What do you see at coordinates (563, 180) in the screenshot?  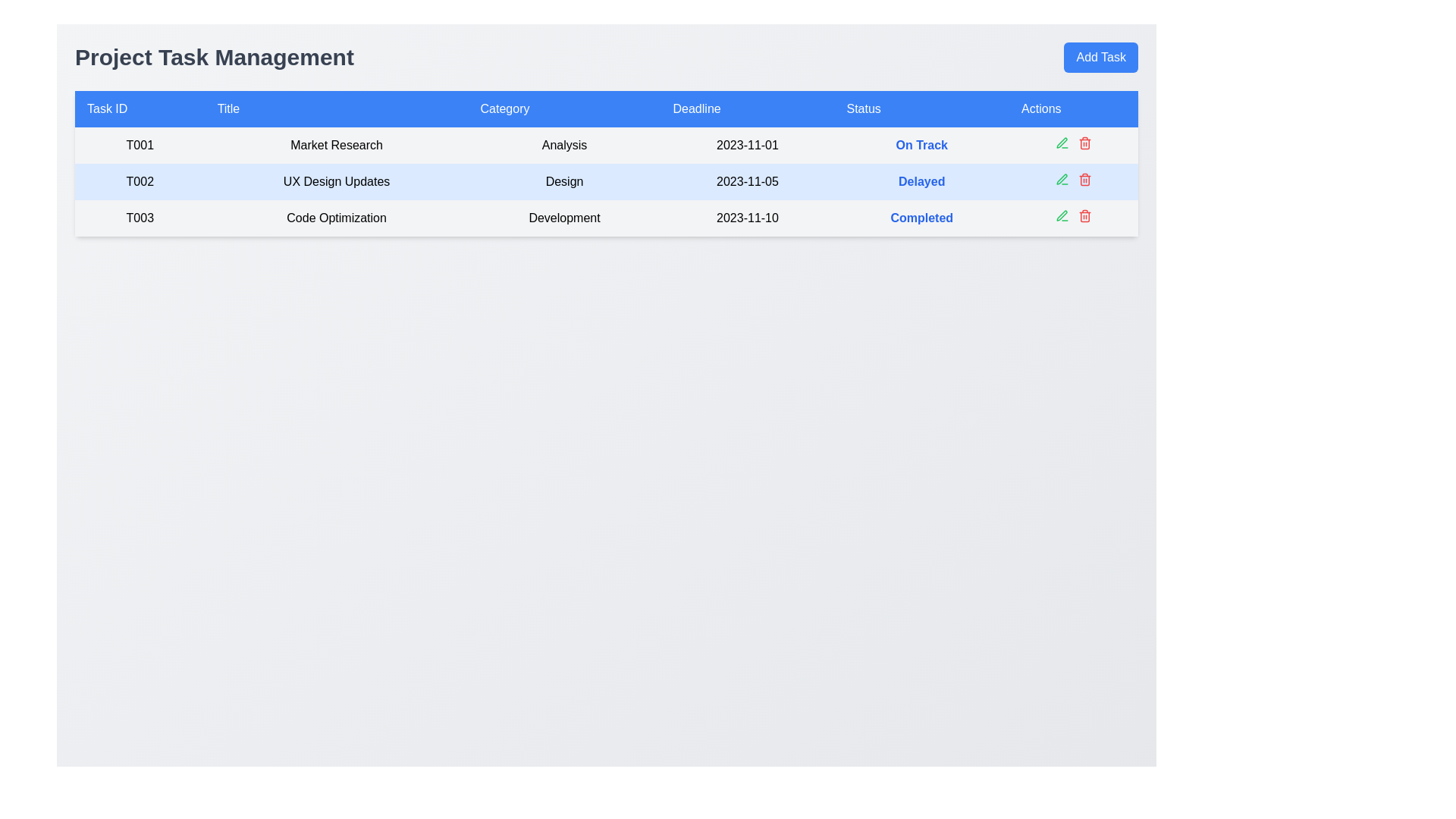 I see `the static label with the text 'Design', which is the third cell in the second row of the table under the 'Category' column` at bounding box center [563, 180].